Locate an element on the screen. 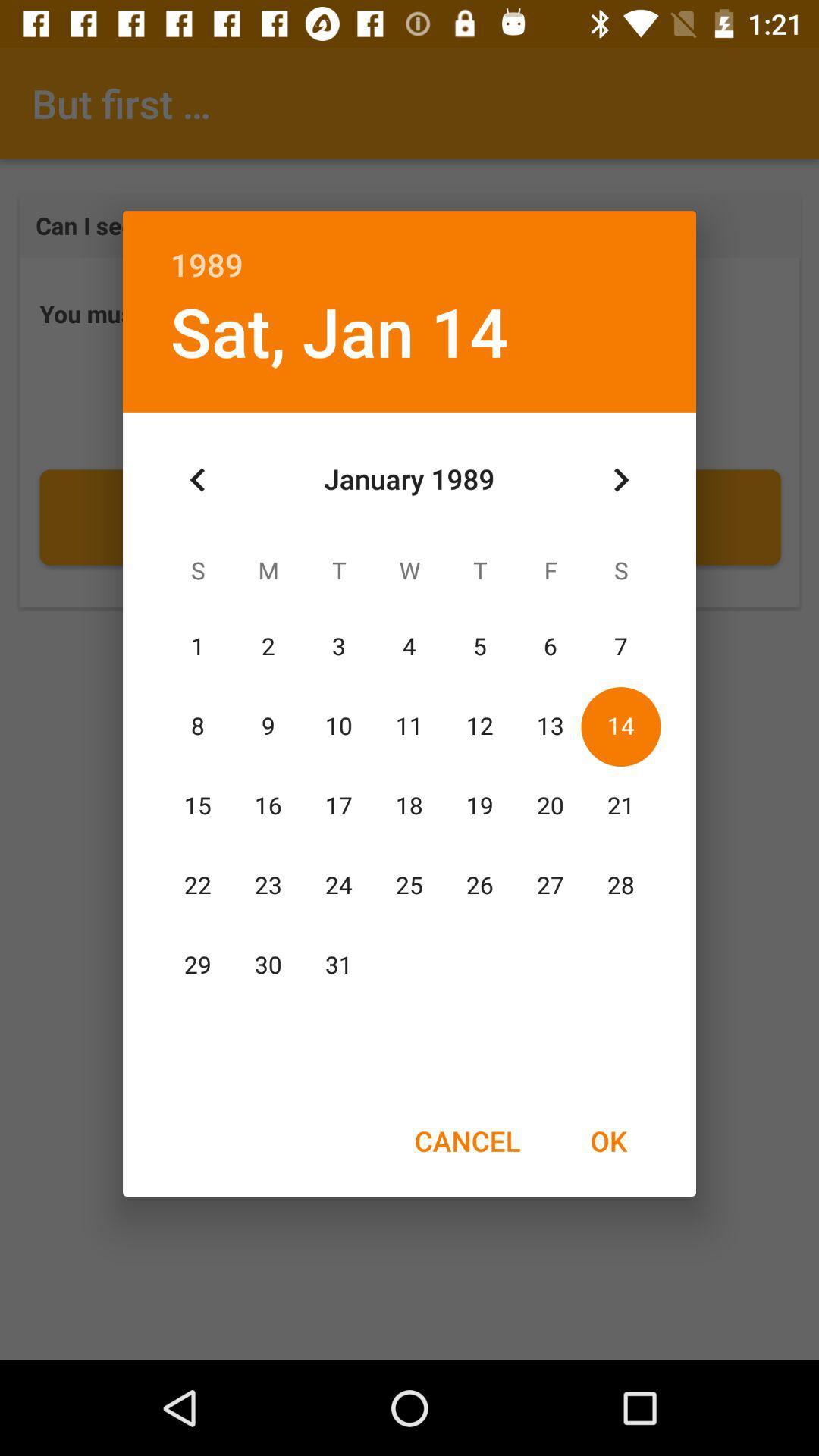  item to the right of the cancel item is located at coordinates (607, 1141).